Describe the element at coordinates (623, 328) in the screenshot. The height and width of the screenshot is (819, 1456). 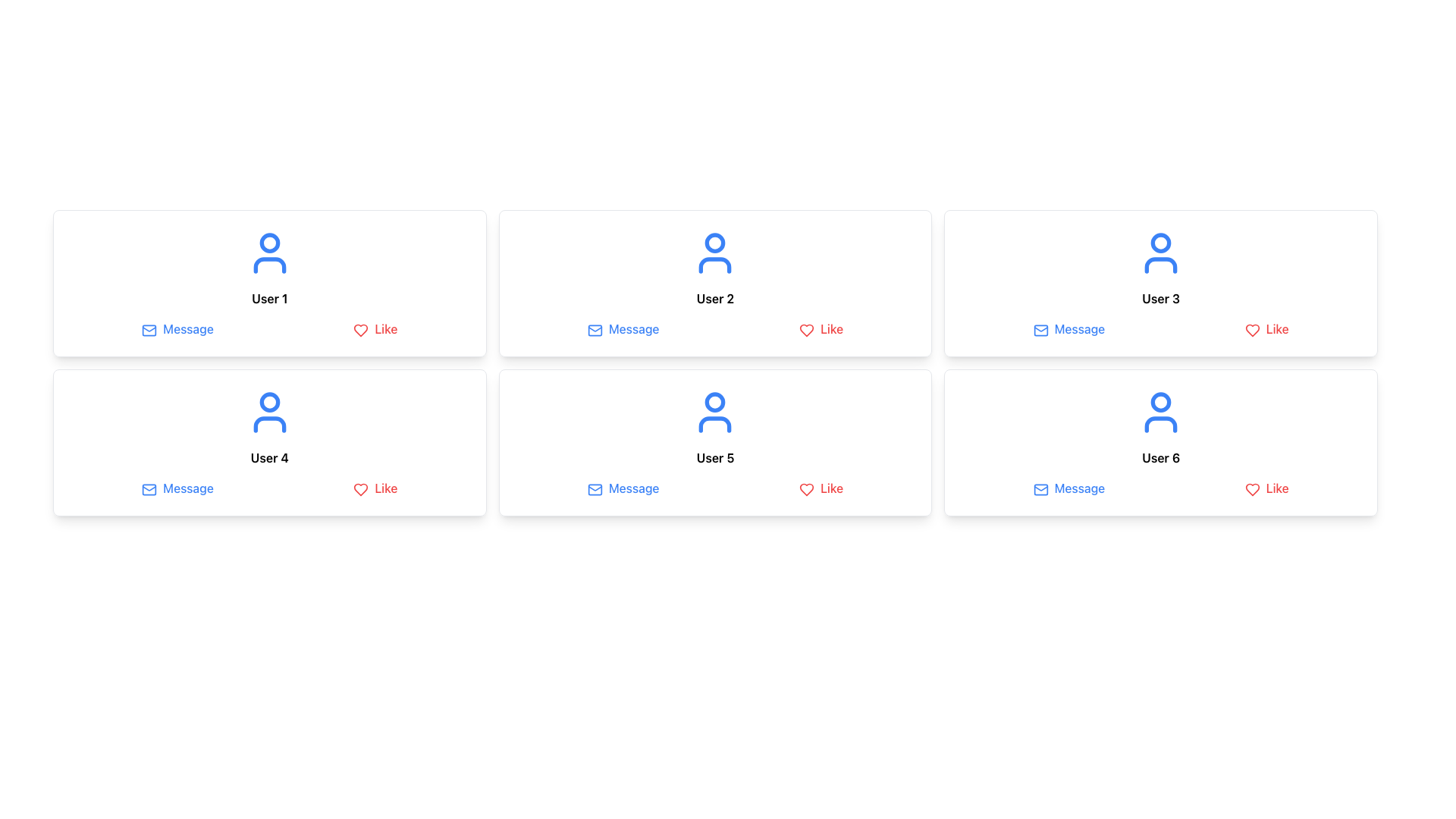
I see `the 'Message' button located below the 'User 2' label in the second card of the top row` at that location.